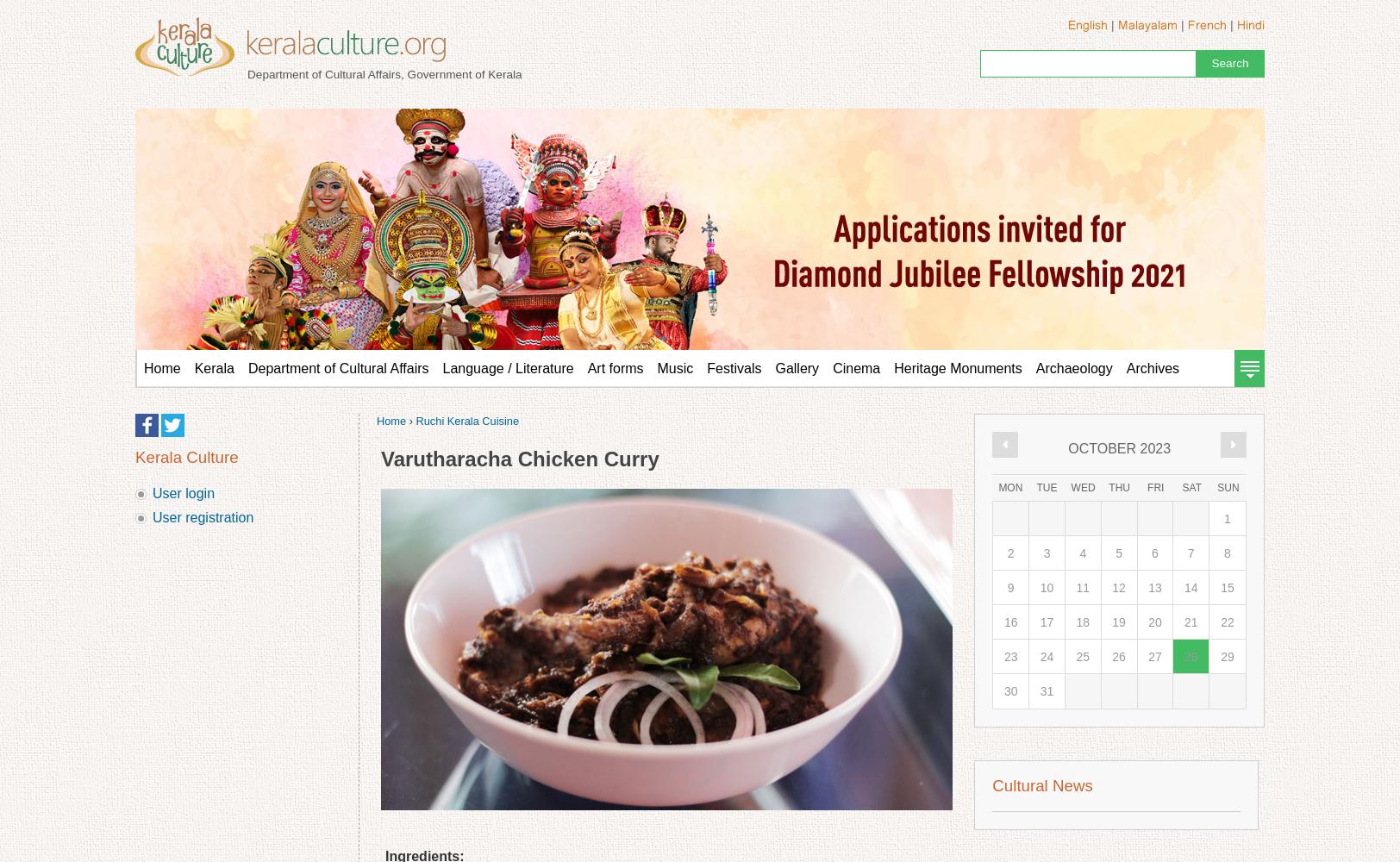 This screenshot has height=862, width=1400. I want to click on 'Music', so click(674, 368).